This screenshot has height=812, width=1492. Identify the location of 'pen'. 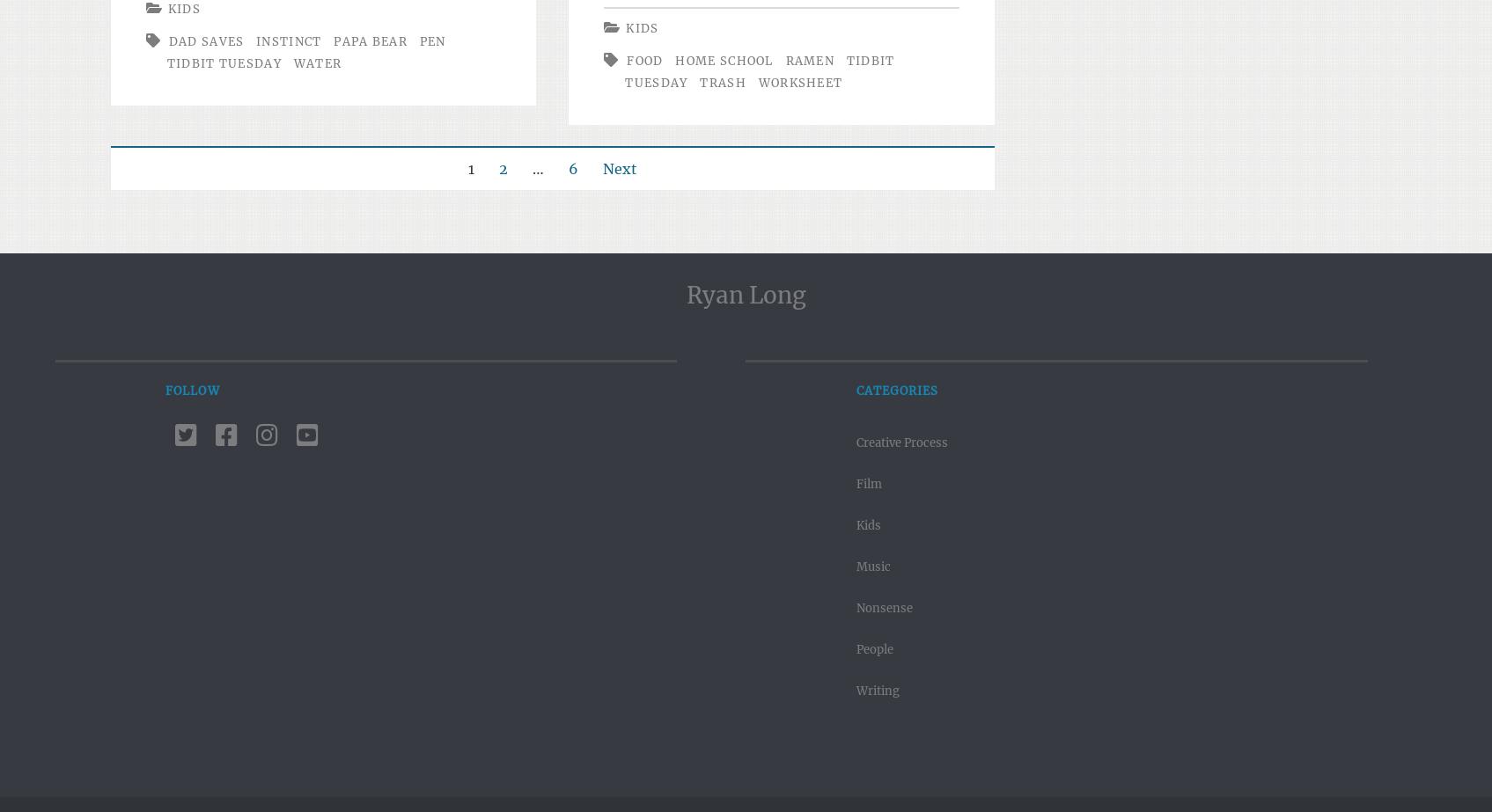
(431, 41).